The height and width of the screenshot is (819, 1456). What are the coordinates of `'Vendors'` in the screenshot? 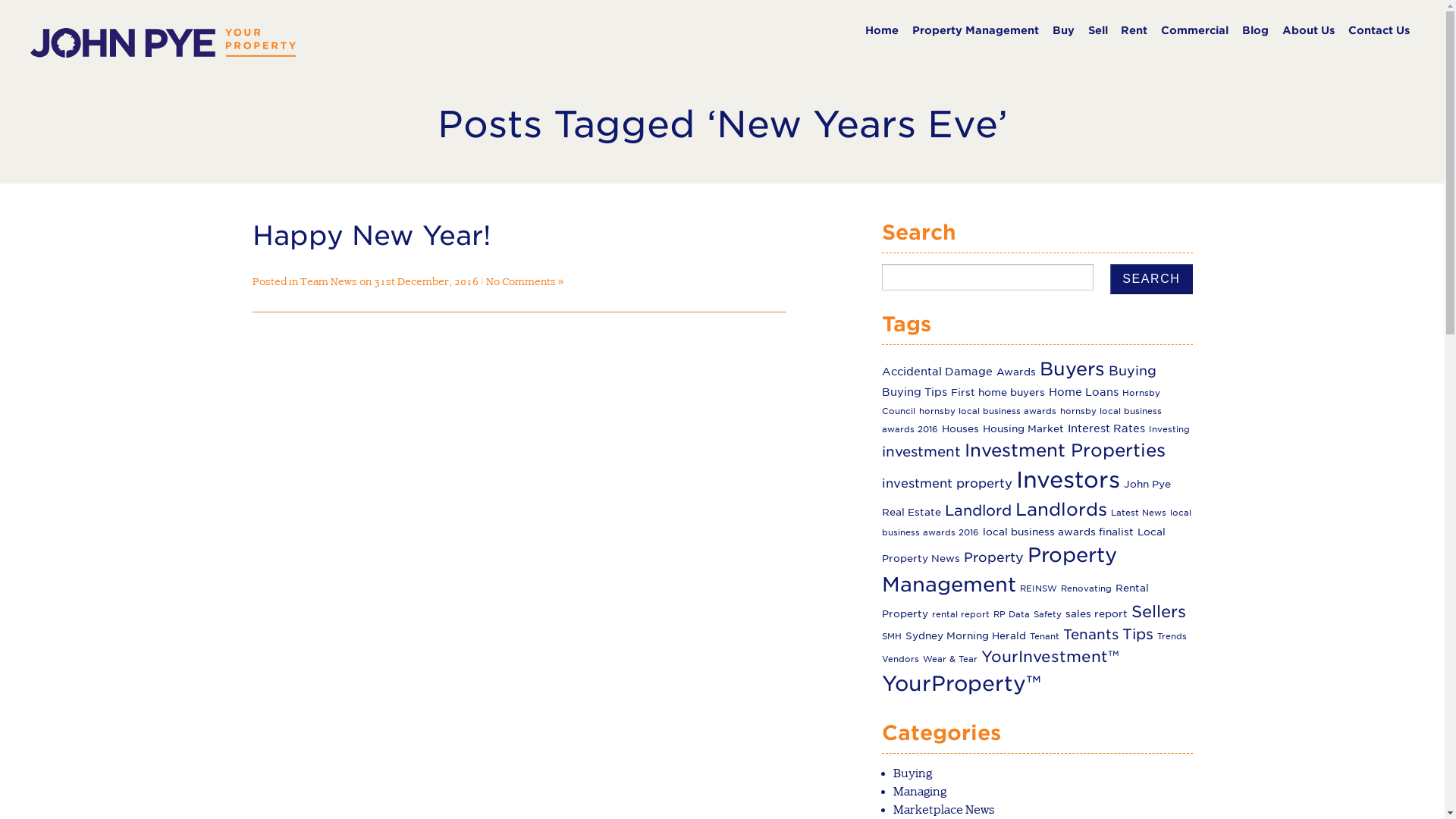 It's located at (900, 658).